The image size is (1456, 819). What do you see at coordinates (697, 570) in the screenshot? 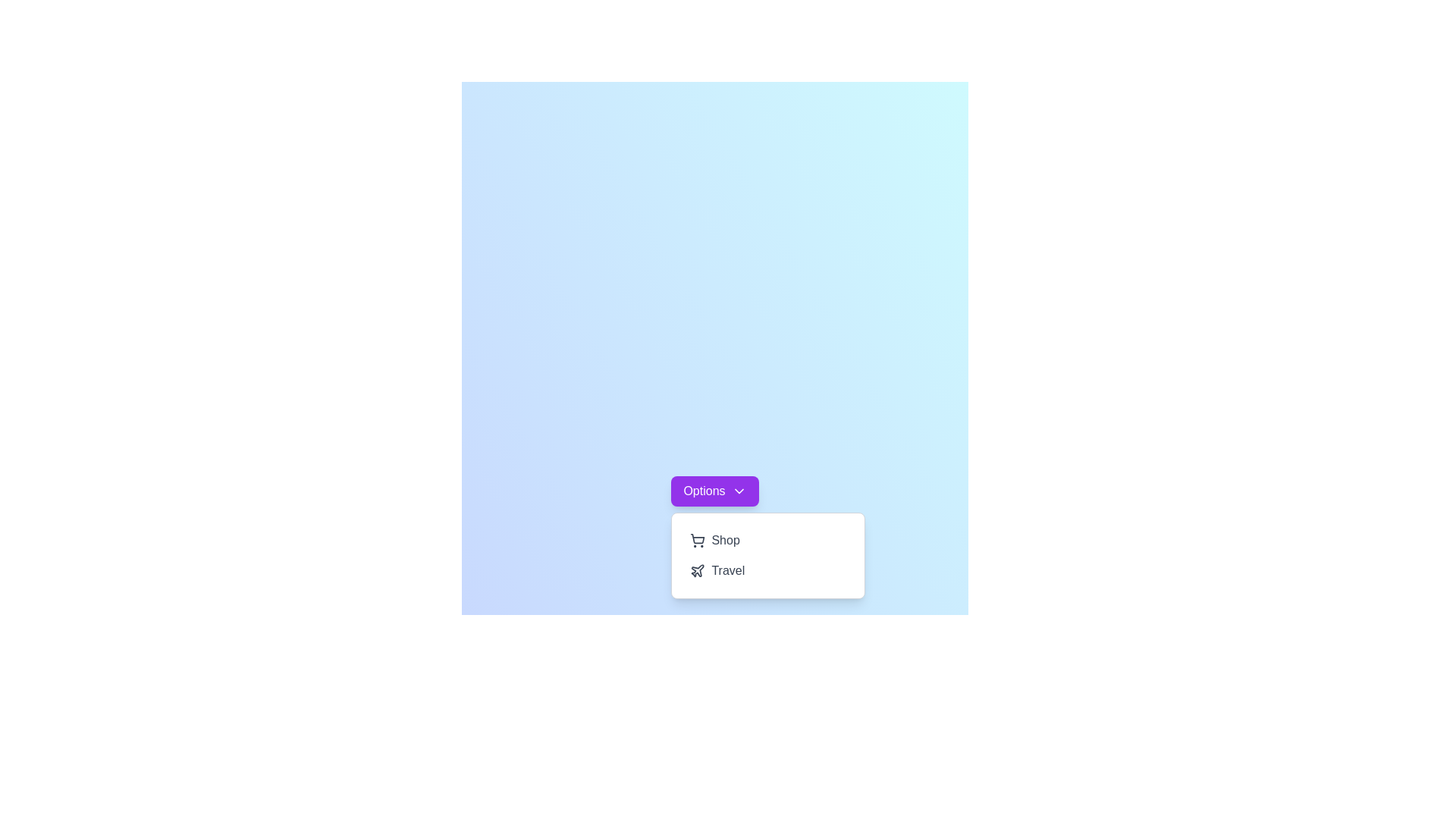
I see `airplane icon SVG element located in the bottom-right corner of the 'Travel' dropdown menu by opening the developer tools` at bounding box center [697, 570].